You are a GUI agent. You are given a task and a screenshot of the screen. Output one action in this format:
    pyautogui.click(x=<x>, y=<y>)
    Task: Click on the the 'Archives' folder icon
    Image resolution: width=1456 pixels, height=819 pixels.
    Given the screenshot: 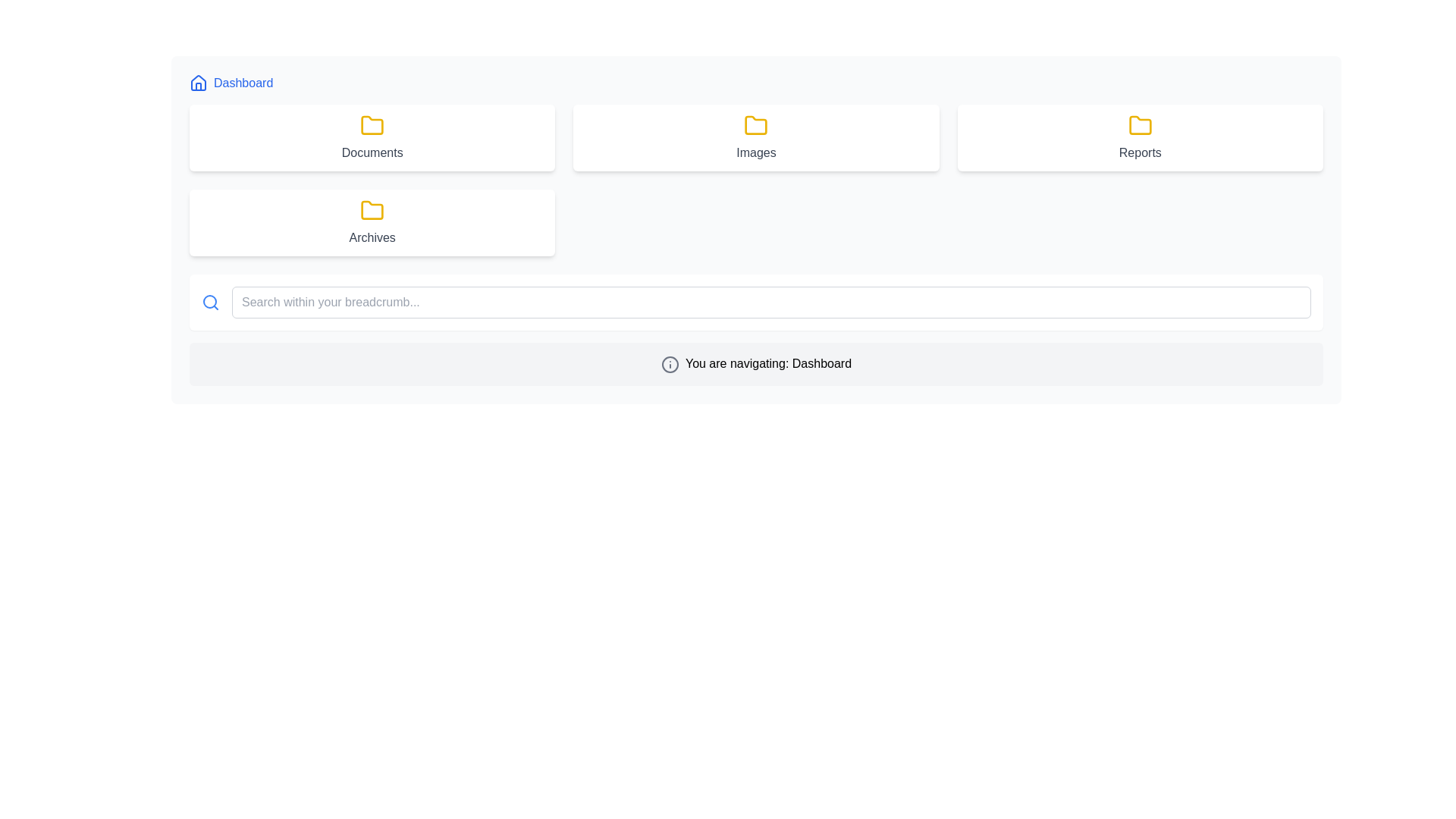 What is the action you would take?
    pyautogui.click(x=372, y=124)
    